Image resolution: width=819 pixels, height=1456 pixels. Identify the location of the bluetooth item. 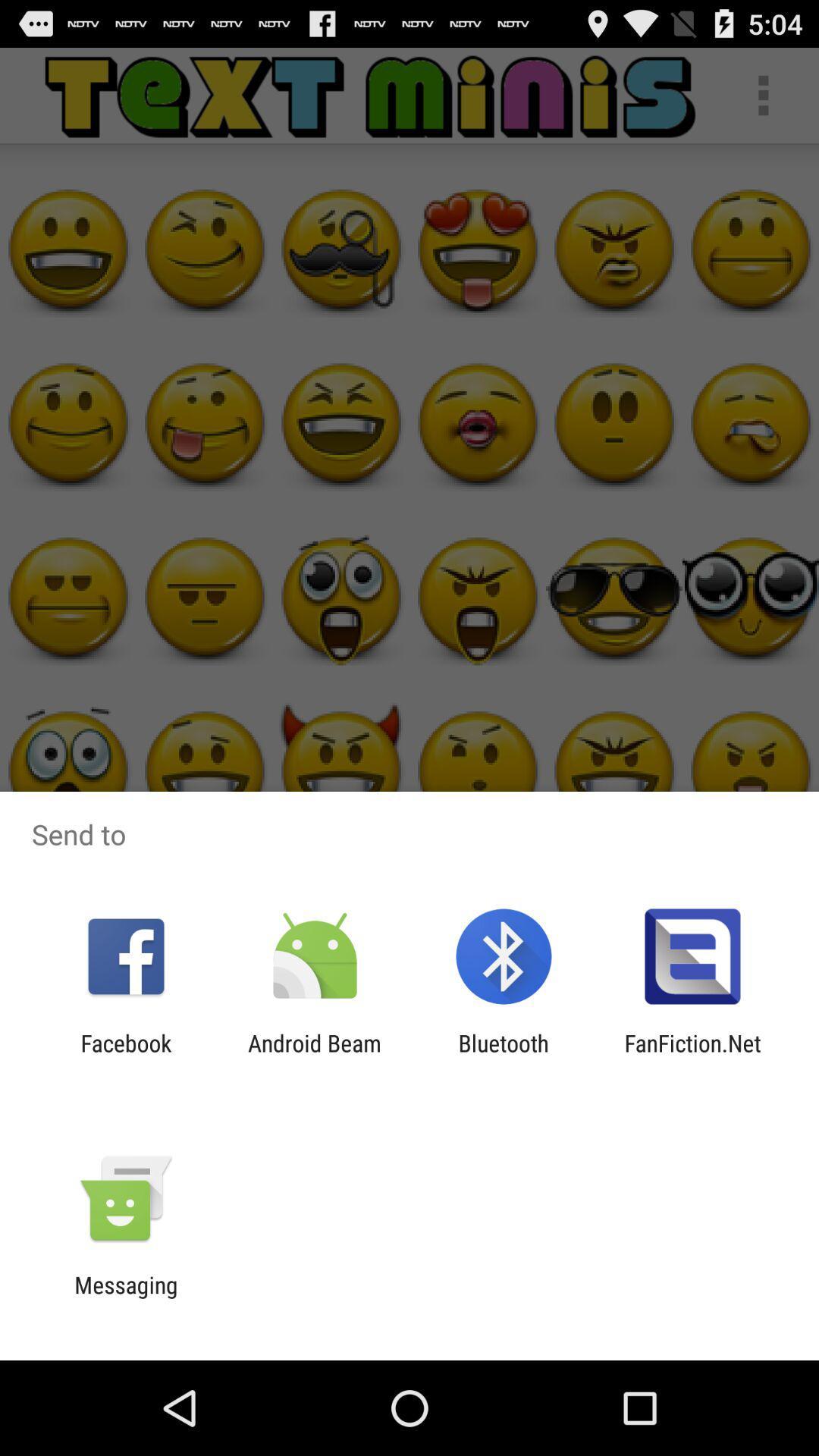
(504, 1056).